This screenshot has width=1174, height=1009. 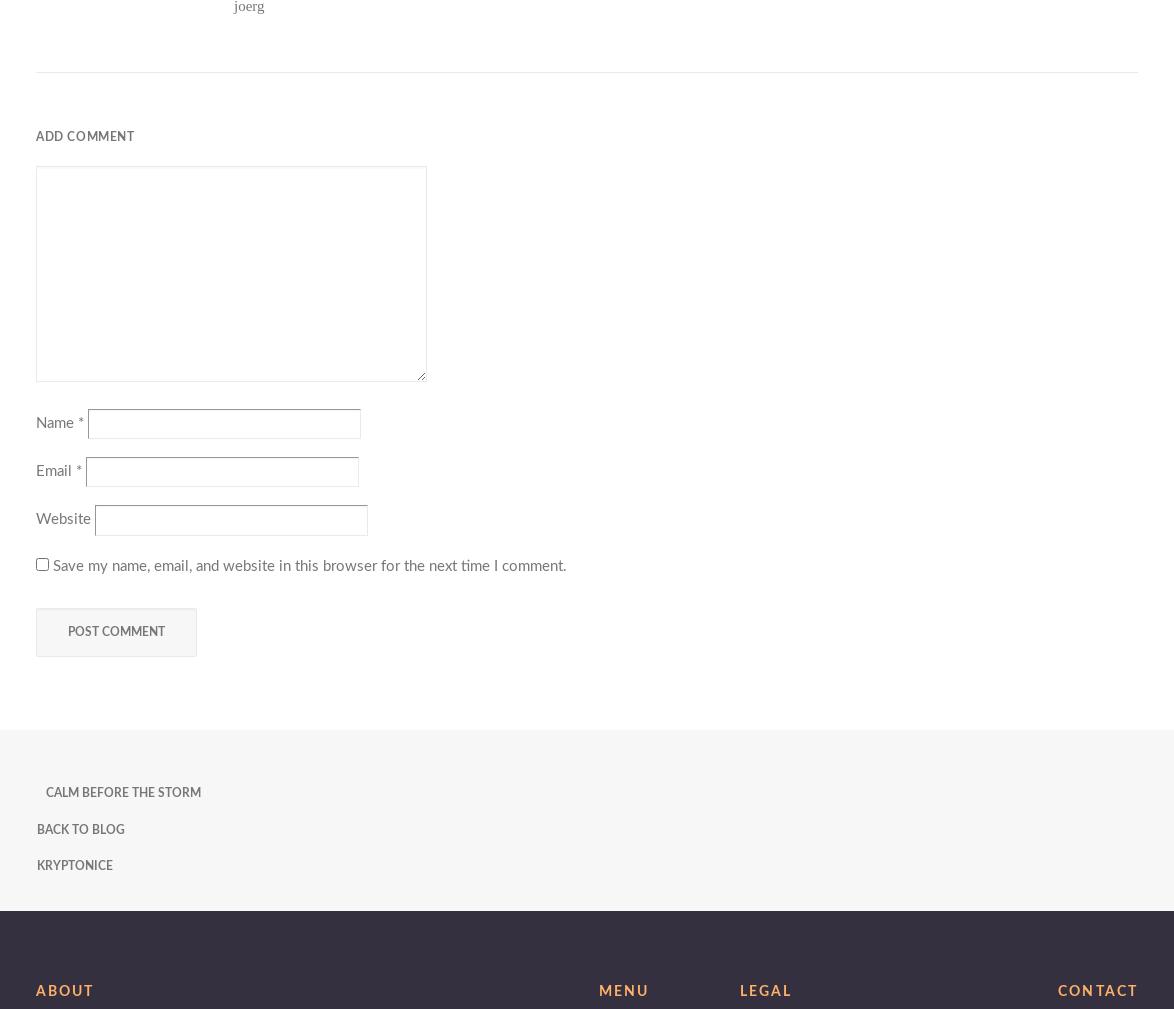 I want to click on 'Menu', so click(x=623, y=992).